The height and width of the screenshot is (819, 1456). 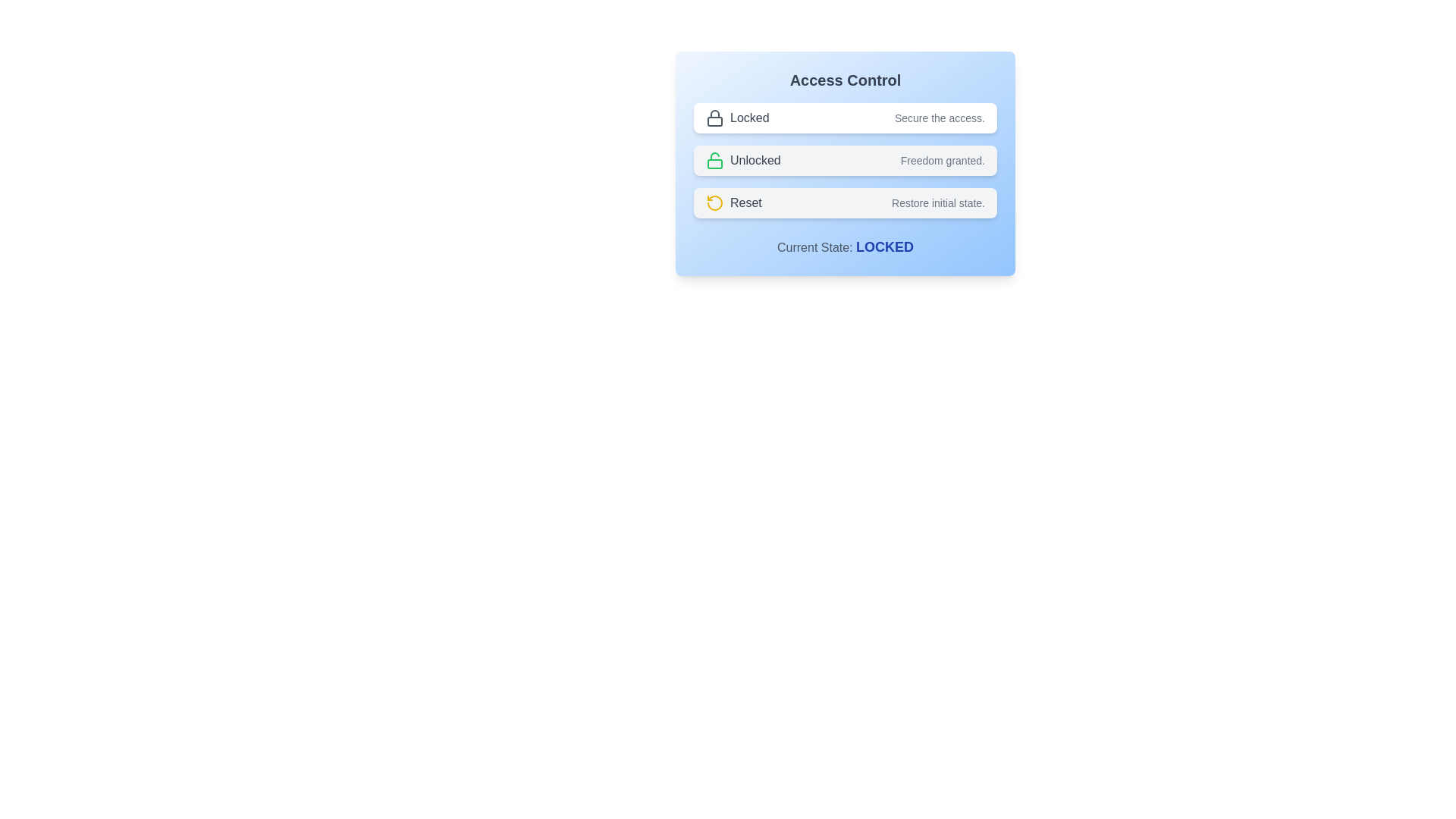 I want to click on the icon to change the state to reset, so click(x=714, y=202).